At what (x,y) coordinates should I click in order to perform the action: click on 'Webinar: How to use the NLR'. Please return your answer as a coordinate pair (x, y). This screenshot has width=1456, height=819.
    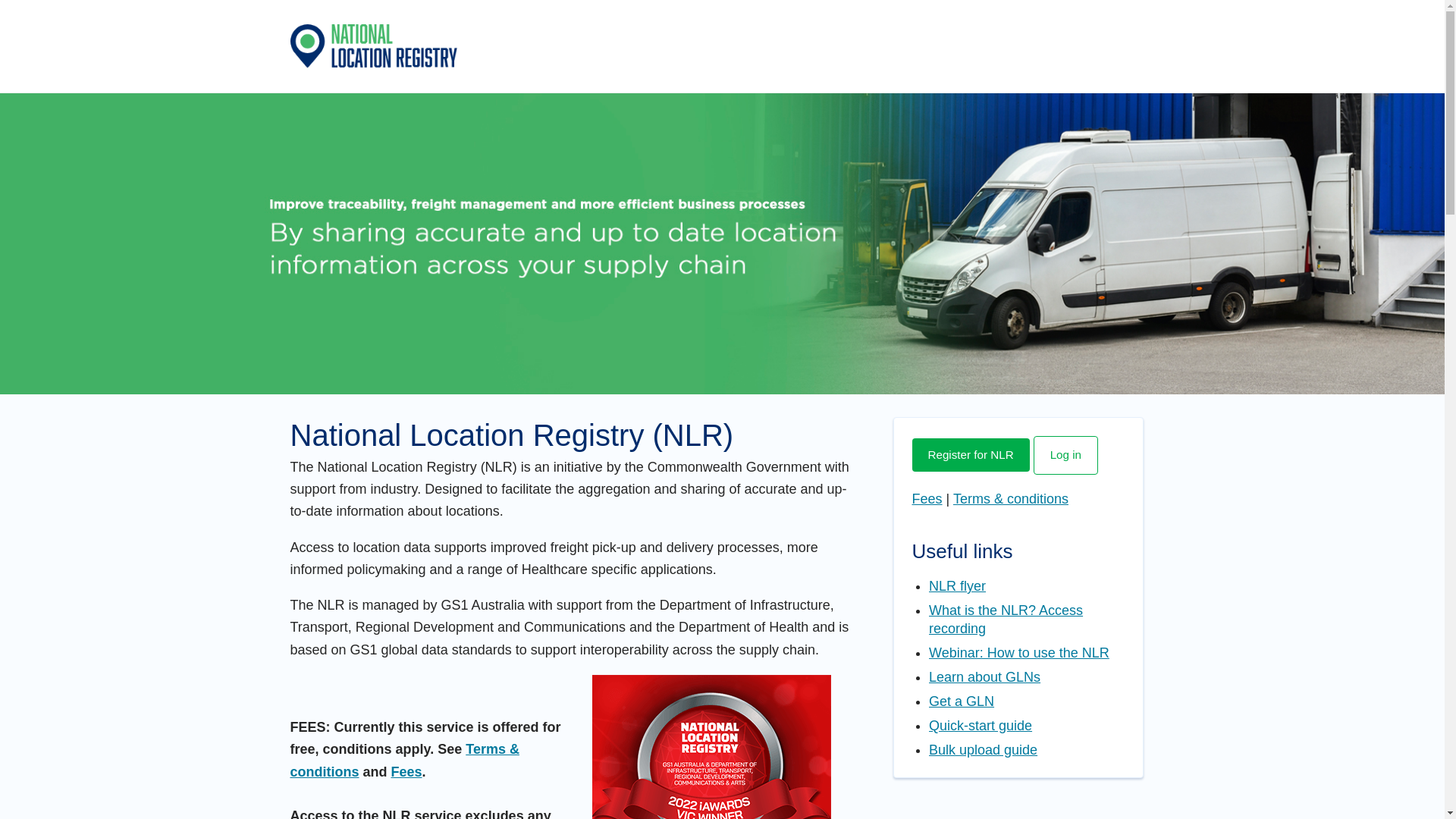
    Looking at the image, I should click on (1019, 651).